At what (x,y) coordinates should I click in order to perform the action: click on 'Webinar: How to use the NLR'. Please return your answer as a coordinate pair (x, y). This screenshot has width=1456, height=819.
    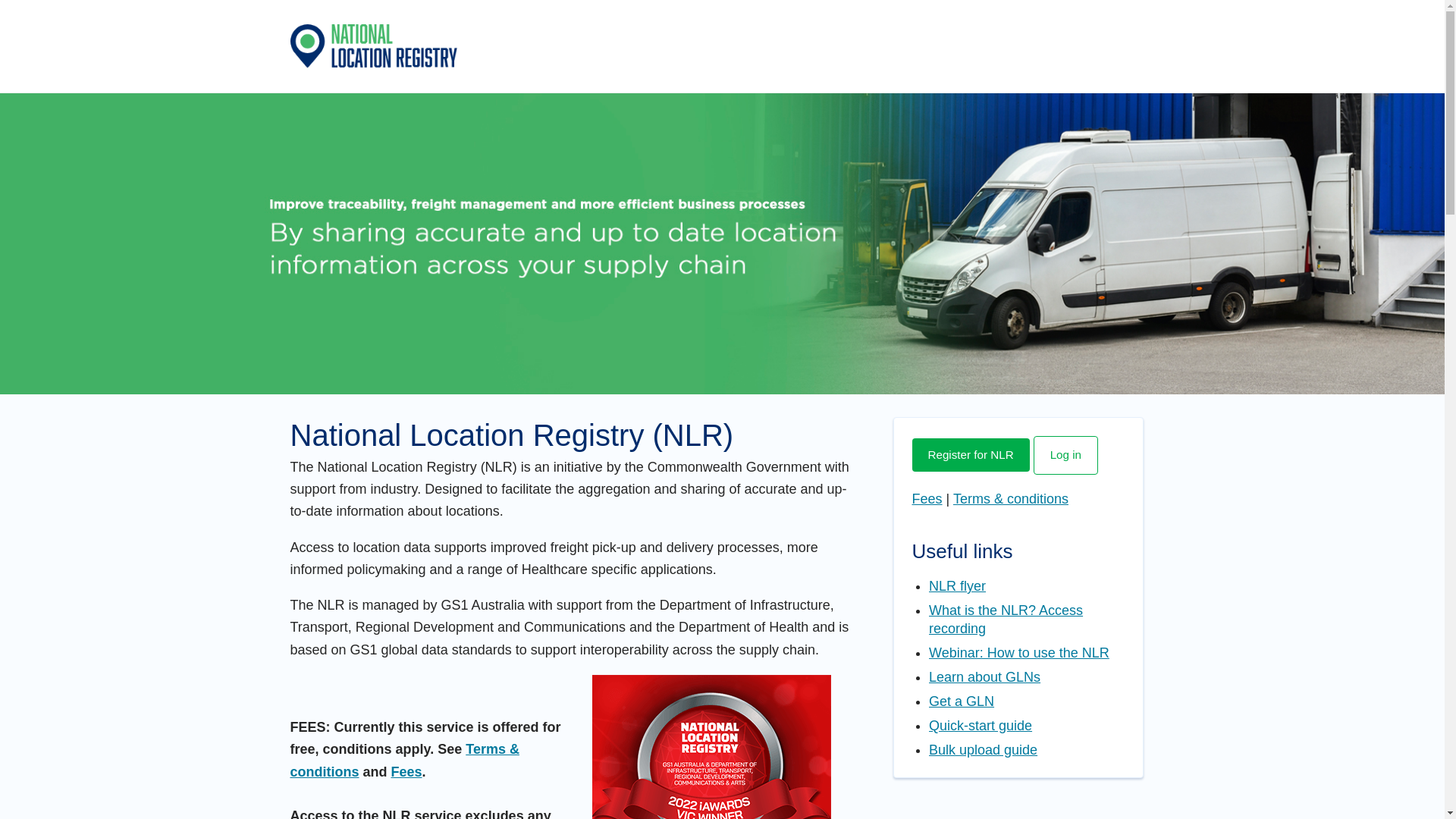
    Looking at the image, I should click on (1019, 651).